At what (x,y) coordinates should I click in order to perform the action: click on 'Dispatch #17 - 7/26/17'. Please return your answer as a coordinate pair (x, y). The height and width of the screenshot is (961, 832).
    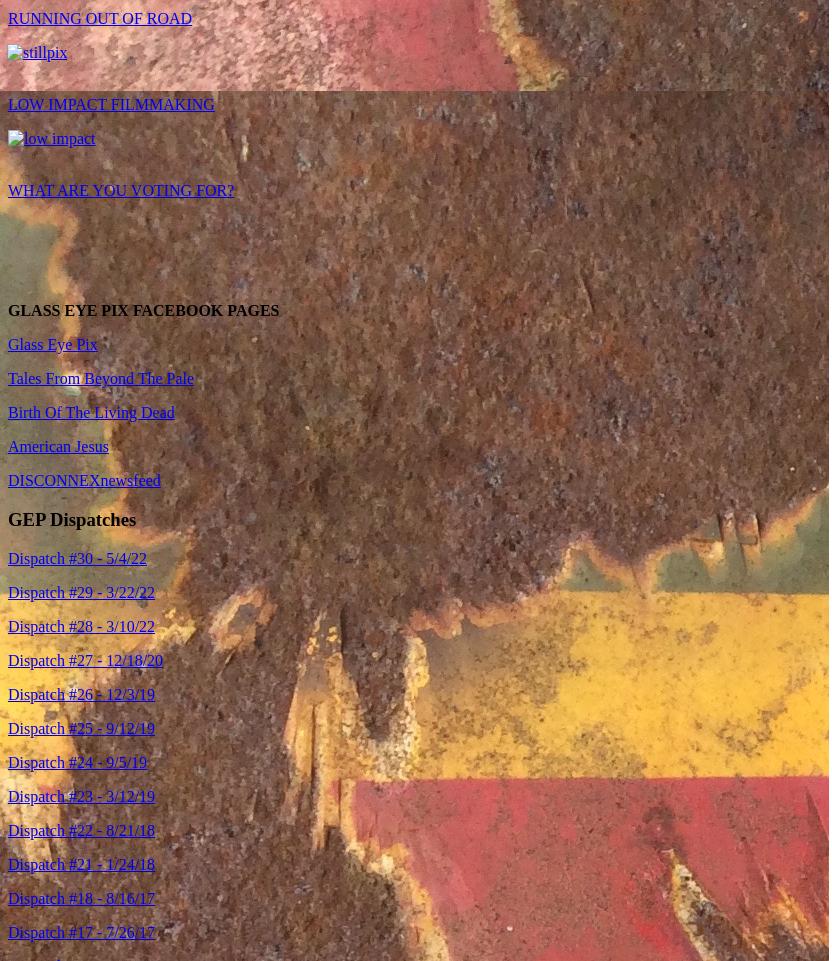
    Looking at the image, I should click on (80, 931).